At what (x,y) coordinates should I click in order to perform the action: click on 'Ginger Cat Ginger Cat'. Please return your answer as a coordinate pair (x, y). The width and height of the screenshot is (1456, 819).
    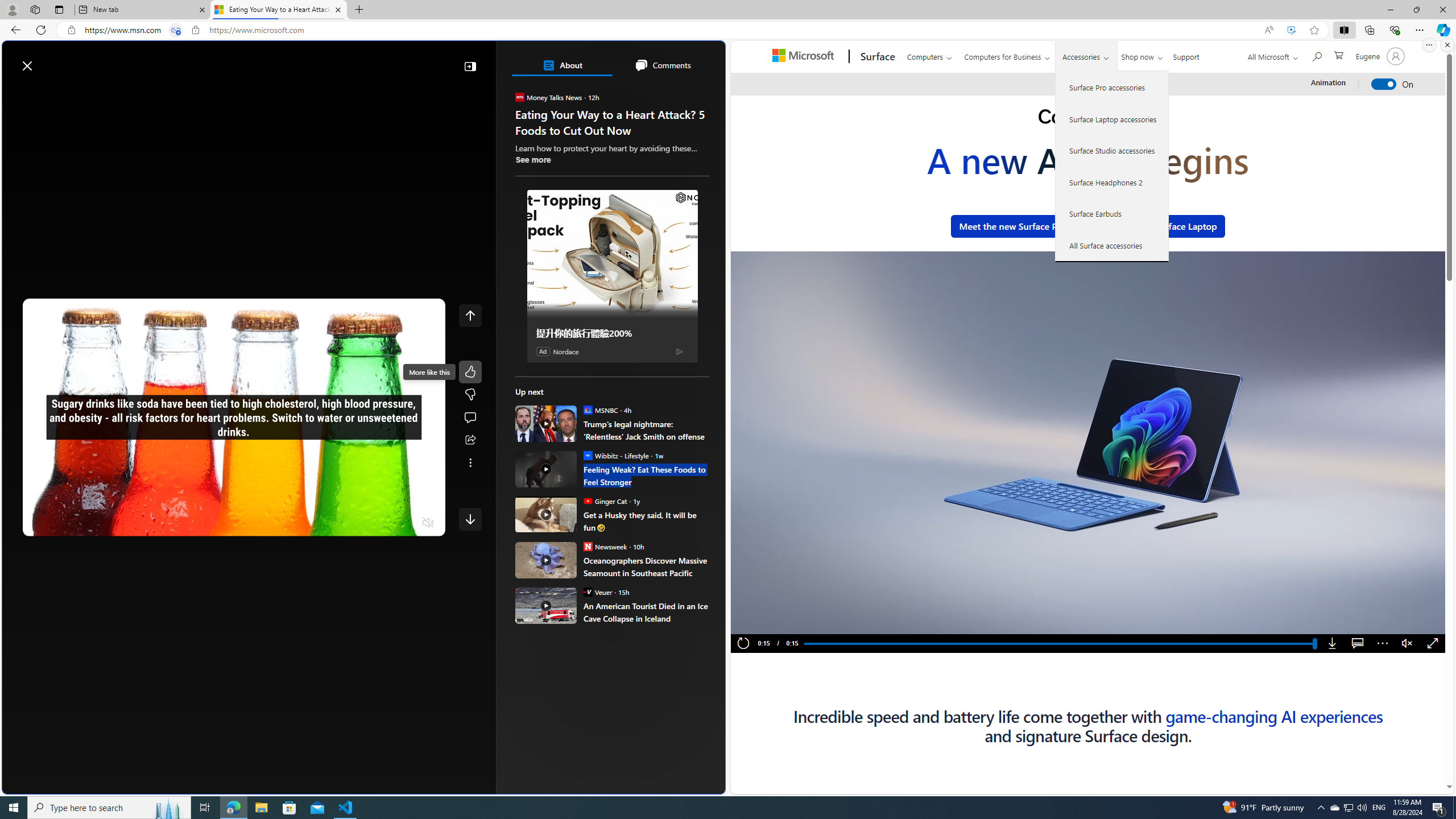
    Looking at the image, I should click on (605, 500).